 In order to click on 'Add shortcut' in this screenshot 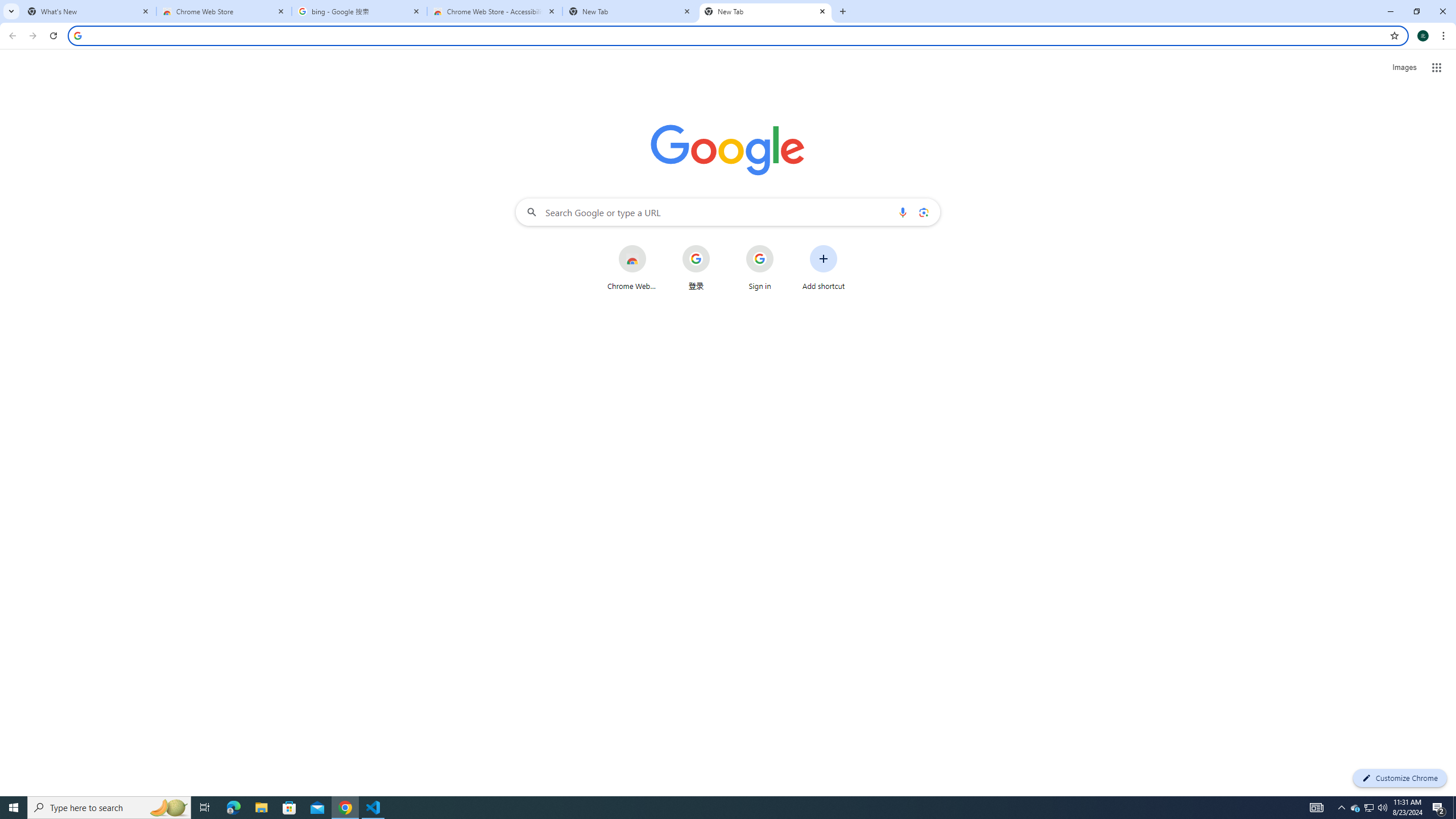, I will do `click(823, 267)`.